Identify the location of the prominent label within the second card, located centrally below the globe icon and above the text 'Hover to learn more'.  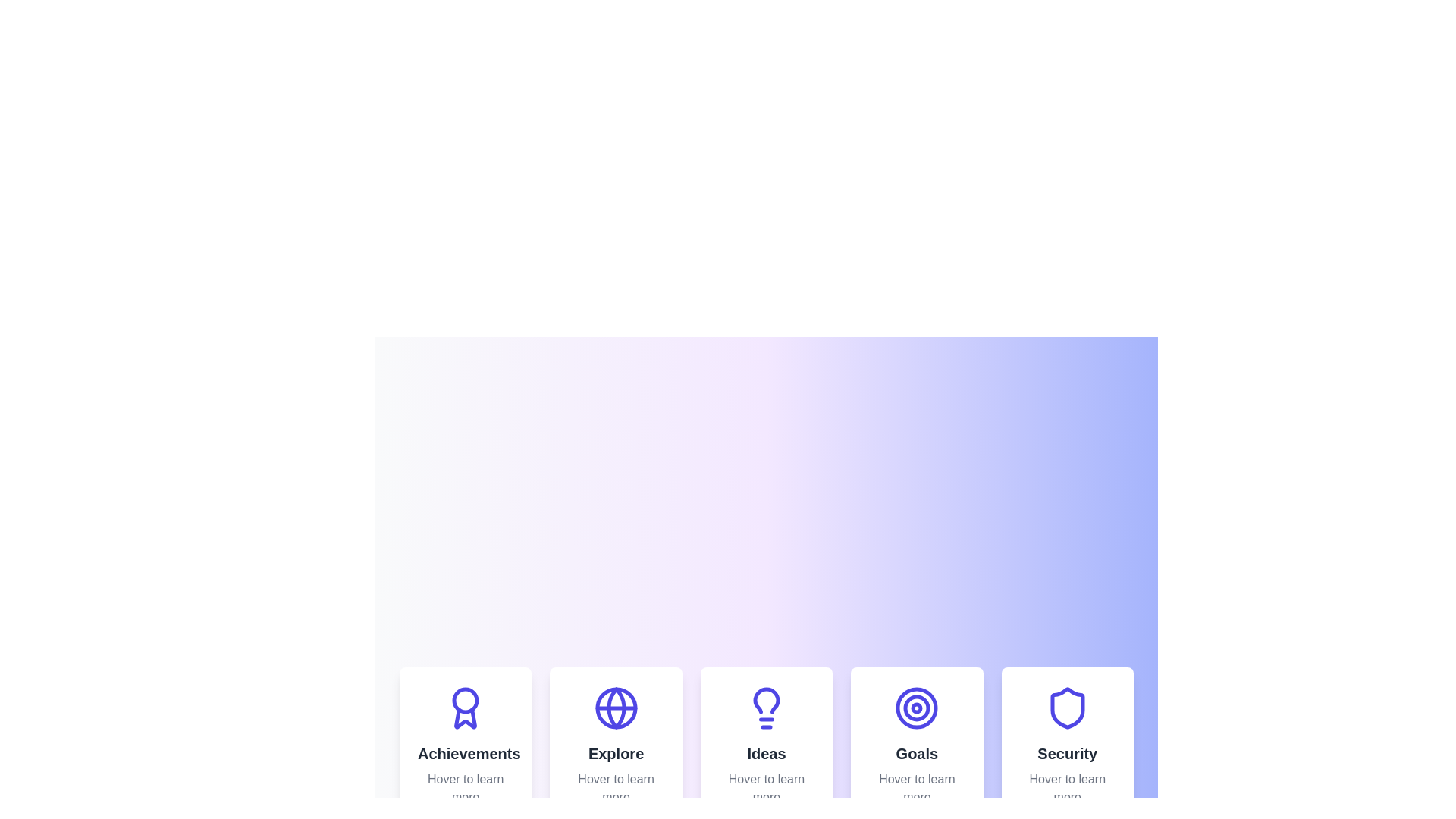
(616, 754).